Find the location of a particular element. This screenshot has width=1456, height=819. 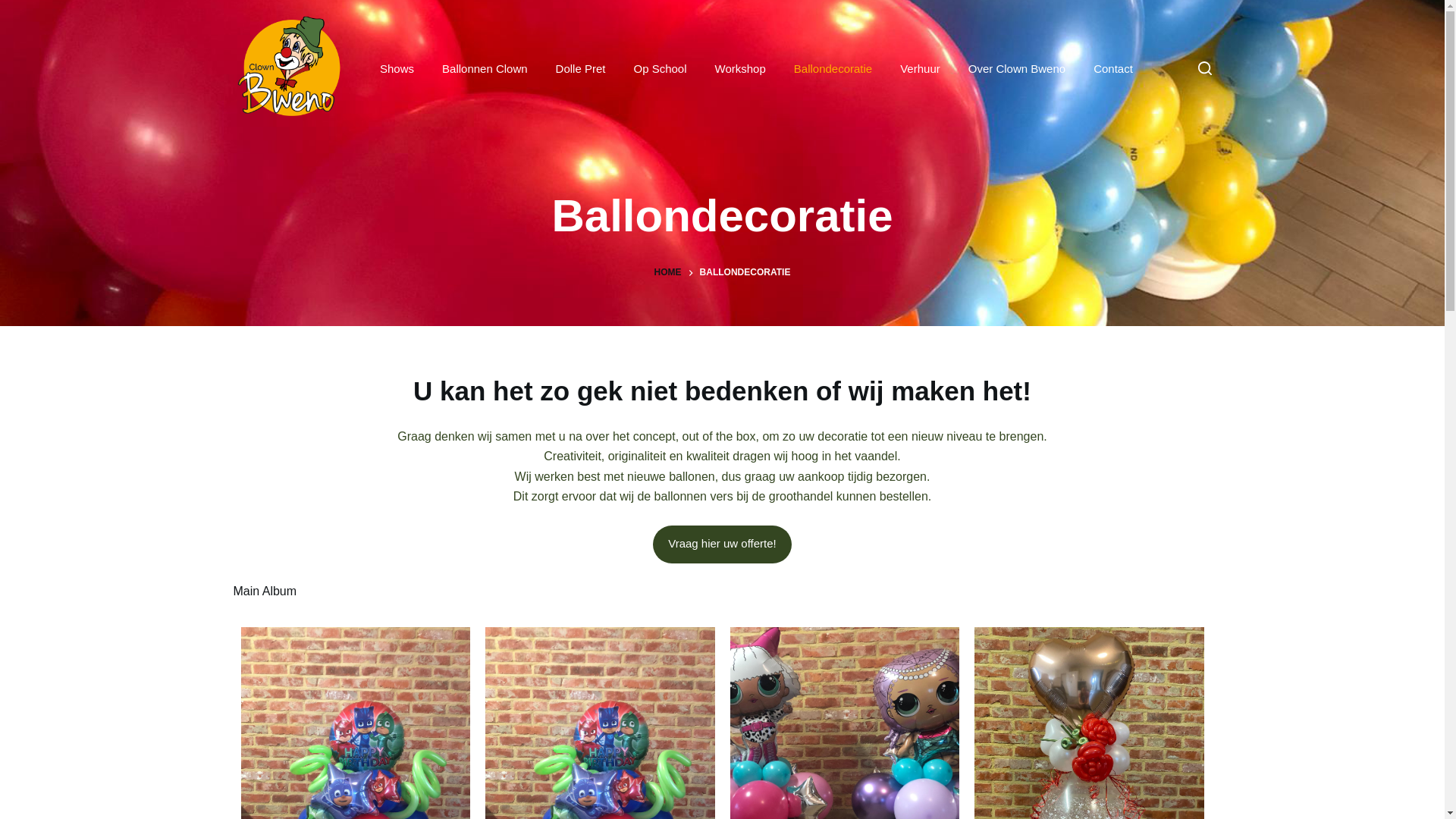

'Skip to content' is located at coordinates (14, 8).